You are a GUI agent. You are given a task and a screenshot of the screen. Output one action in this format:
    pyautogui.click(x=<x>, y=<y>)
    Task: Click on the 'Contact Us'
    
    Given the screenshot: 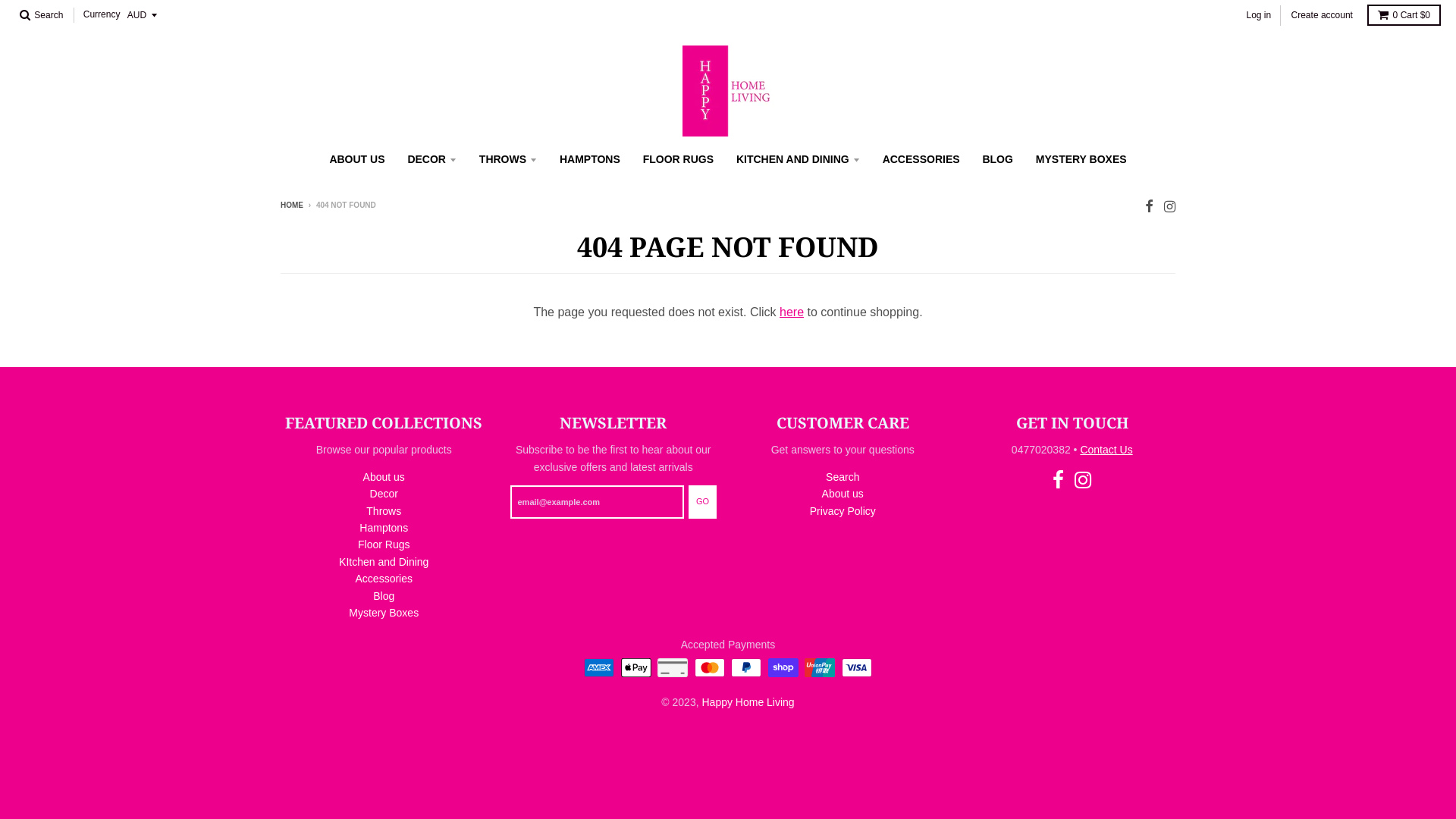 What is the action you would take?
    pyautogui.click(x=1106, y=449)
    